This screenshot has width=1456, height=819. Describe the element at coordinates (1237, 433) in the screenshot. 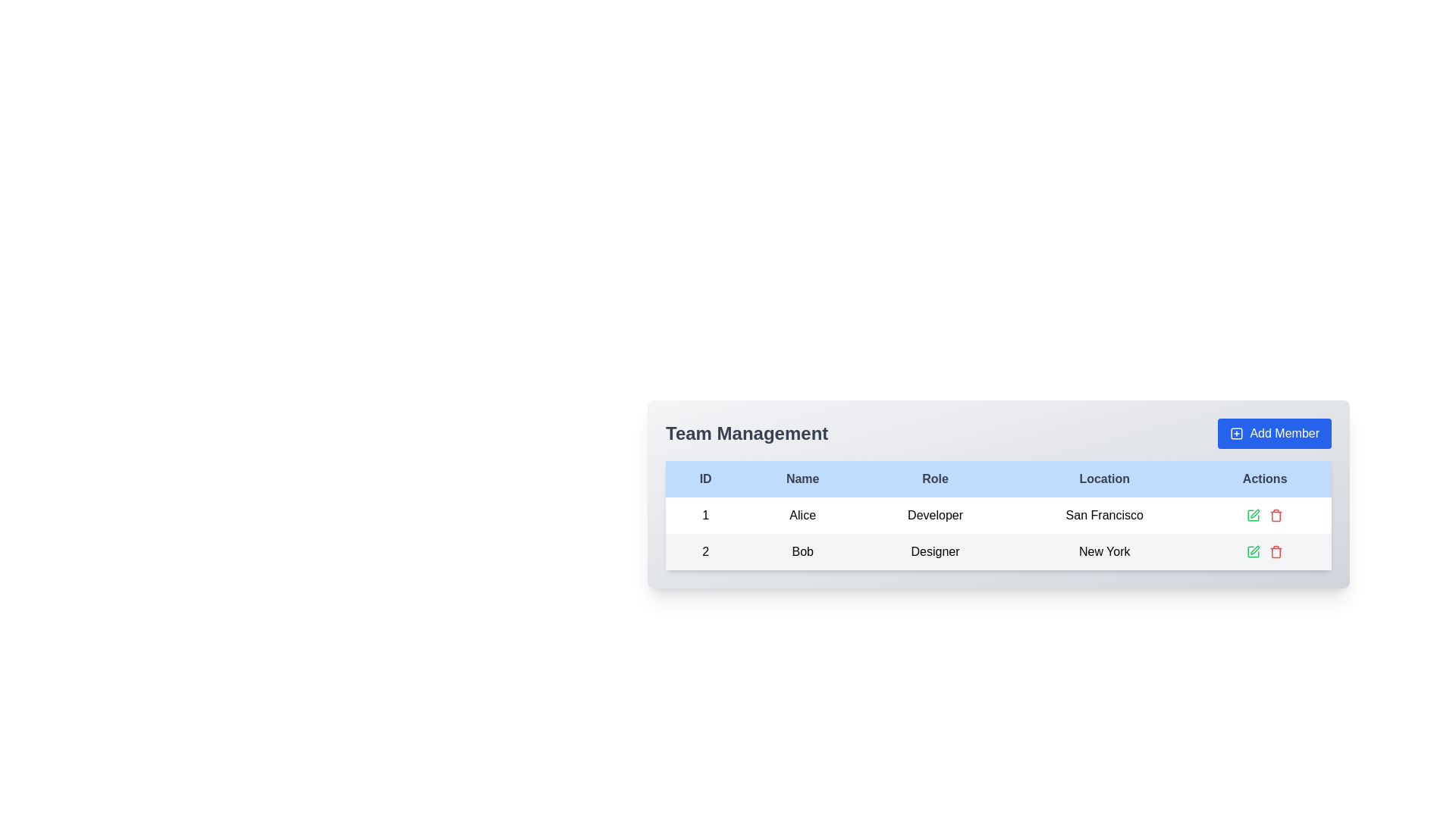

I see `the small square icon with a plus sign inside it, located to the left of the 'Add Member' text` at that location.